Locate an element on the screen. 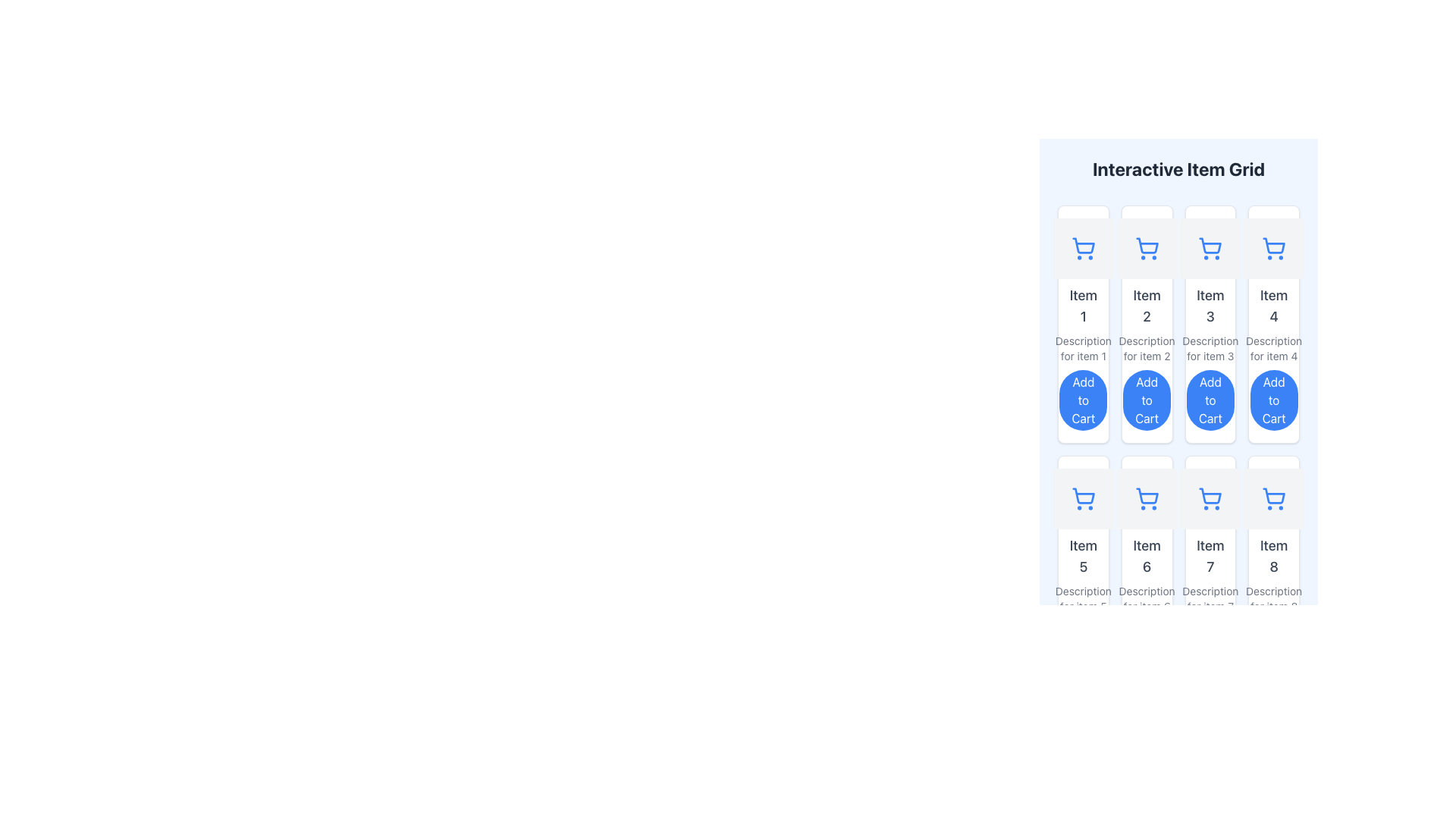  item title and description from the Item Card displaying details about 'Item 6', located in the second row and third column of the grid is located at coordinates (1147, 575).